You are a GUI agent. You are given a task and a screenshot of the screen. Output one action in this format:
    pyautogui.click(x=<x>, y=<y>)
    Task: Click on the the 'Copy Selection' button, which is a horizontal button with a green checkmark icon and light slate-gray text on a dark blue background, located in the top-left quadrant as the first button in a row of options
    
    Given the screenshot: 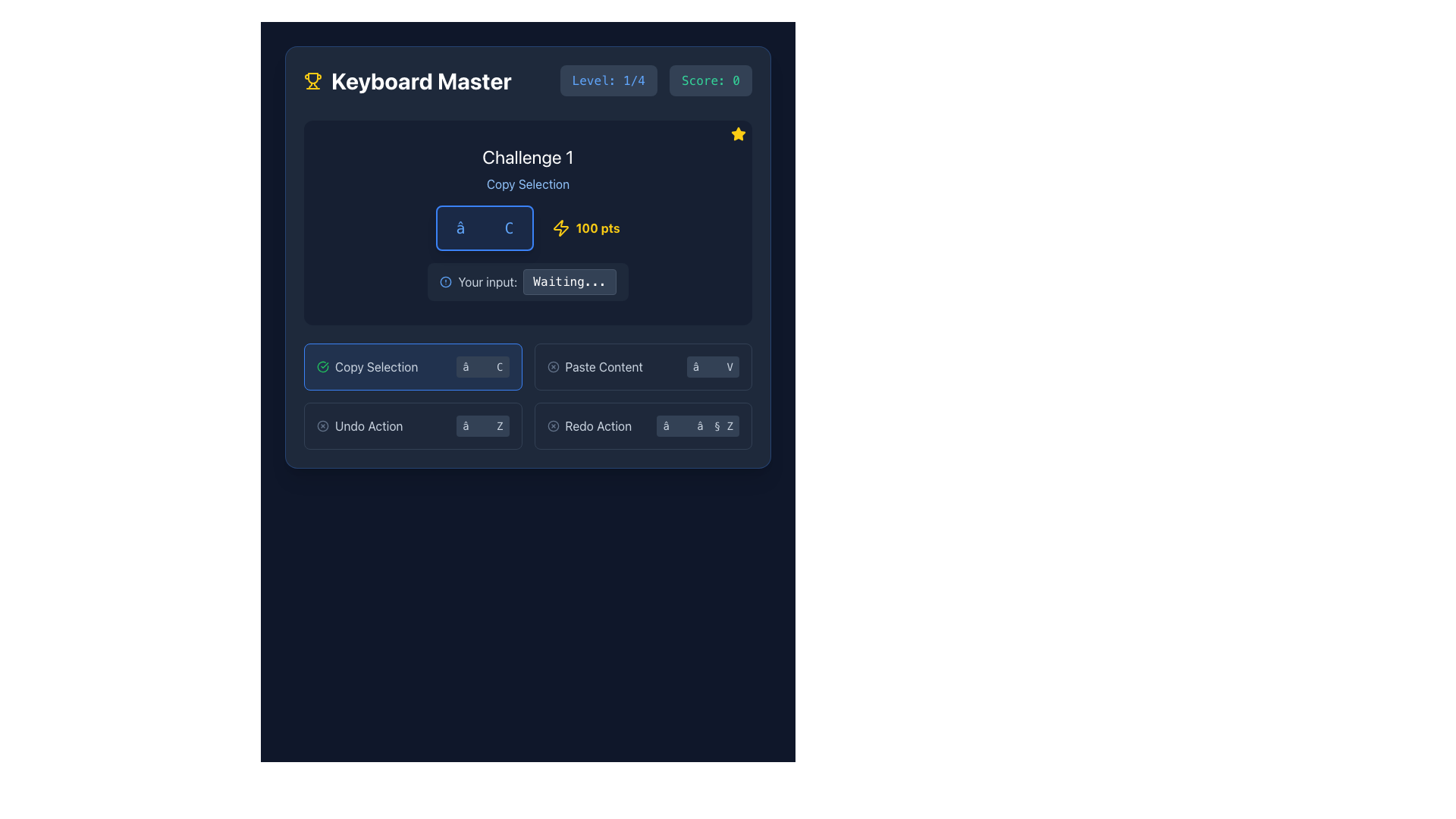 What is the action you would take?
    pyautogui.click(x=367, y=366)
    